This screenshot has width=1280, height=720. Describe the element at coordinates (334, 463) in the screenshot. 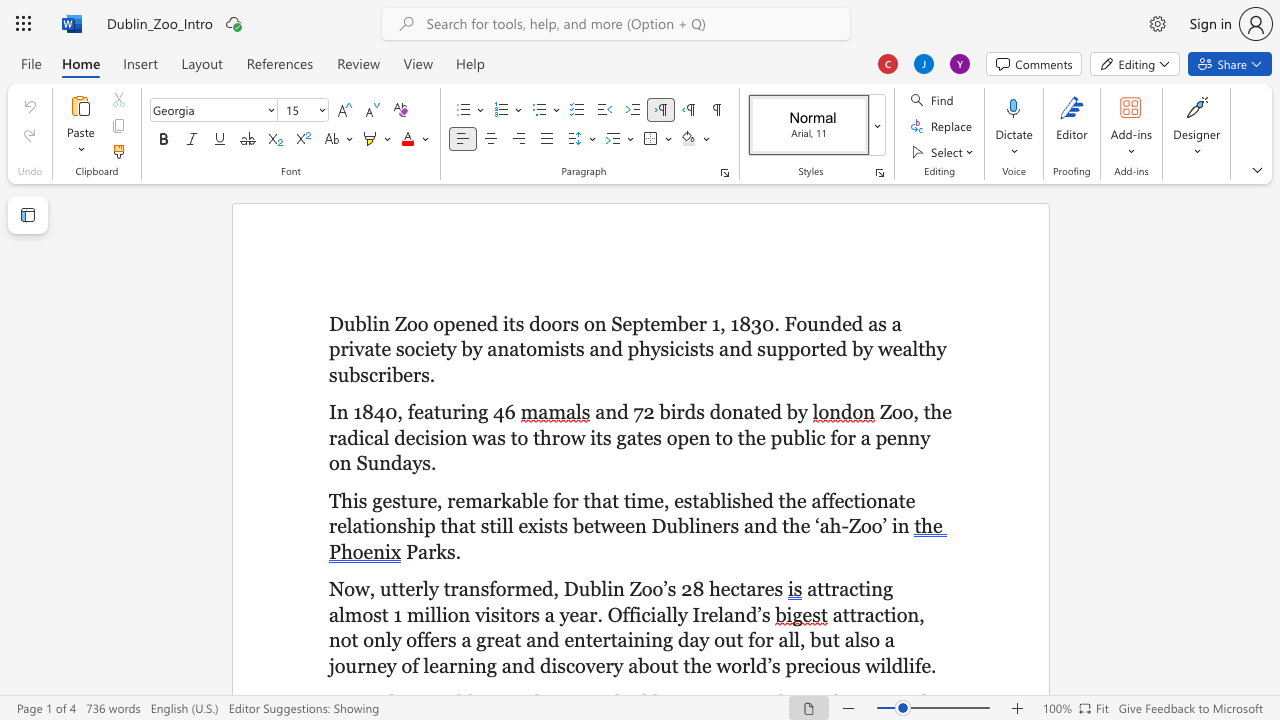

I see `the 9th character "o" in the text` at that location.